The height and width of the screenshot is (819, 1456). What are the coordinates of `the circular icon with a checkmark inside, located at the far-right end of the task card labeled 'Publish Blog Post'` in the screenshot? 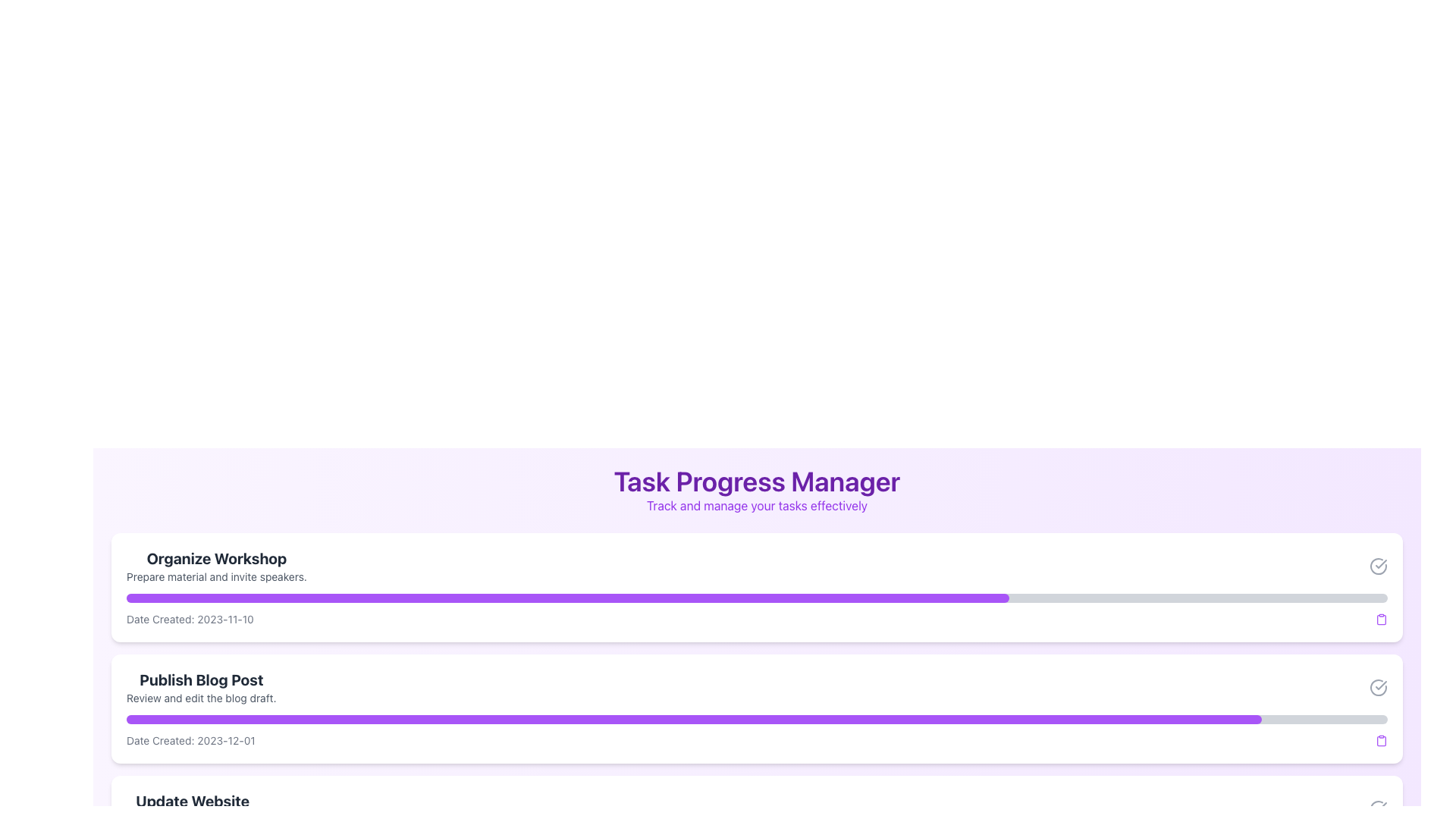 It's located at (1379, 687).